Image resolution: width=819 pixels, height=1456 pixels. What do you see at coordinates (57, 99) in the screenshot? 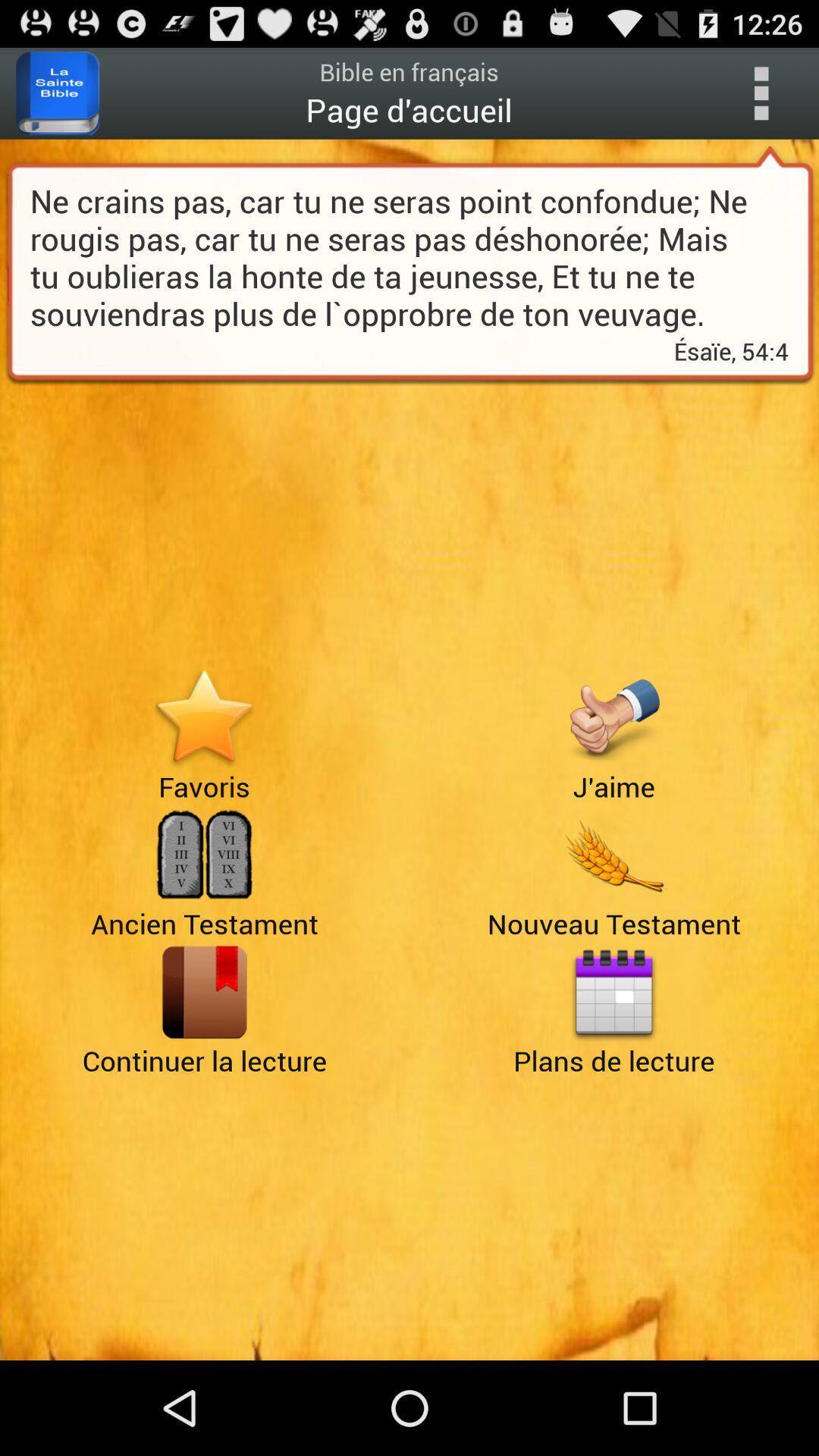
I see `the book icon` at bounding box center [57, 99].